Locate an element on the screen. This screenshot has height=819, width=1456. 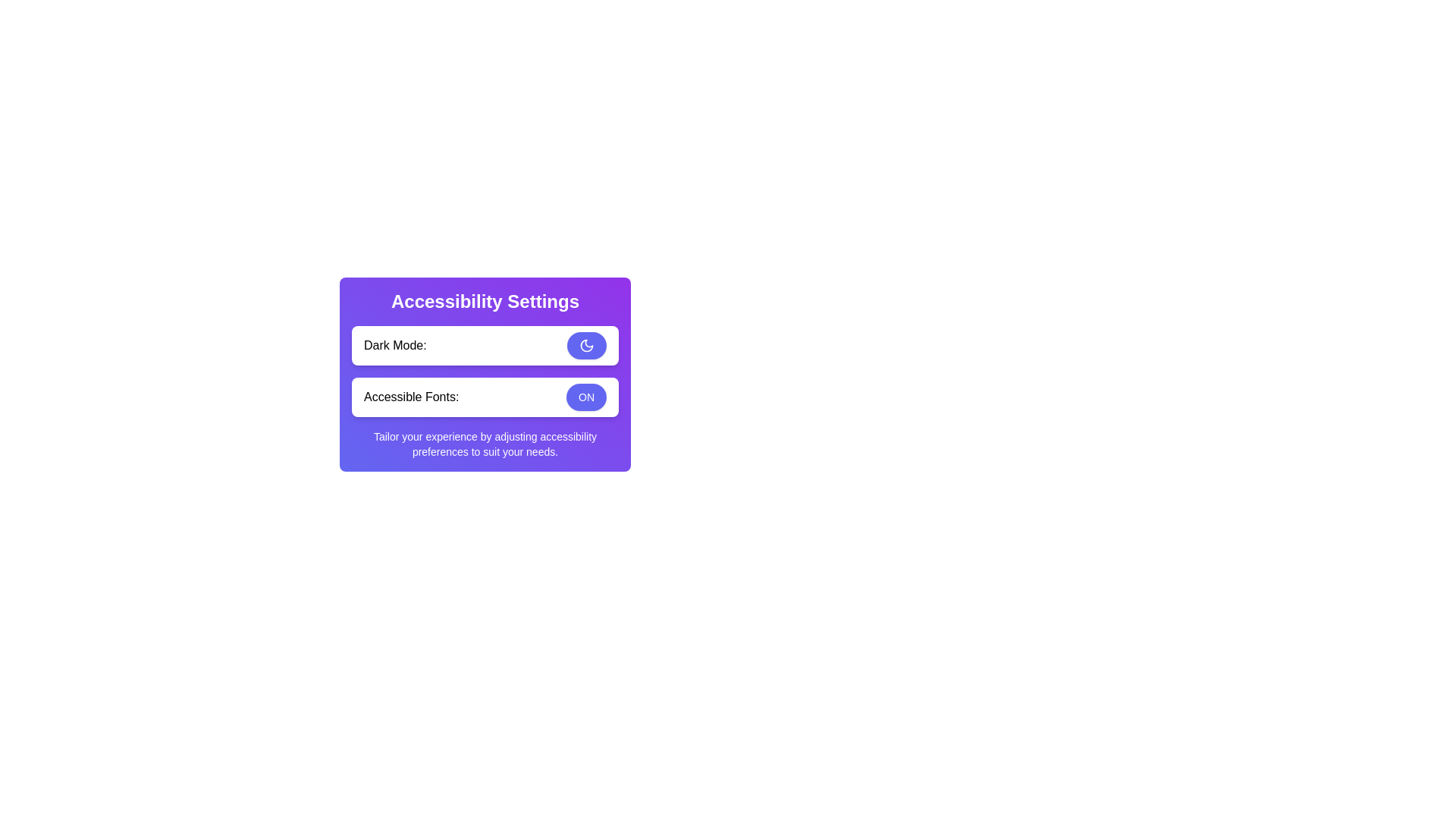
the toggle button for 'Accessible Fonts' located to the right of the label 'Accessible Fonts:' in the Accessibility Settings card is located at coordinates (585, 397).